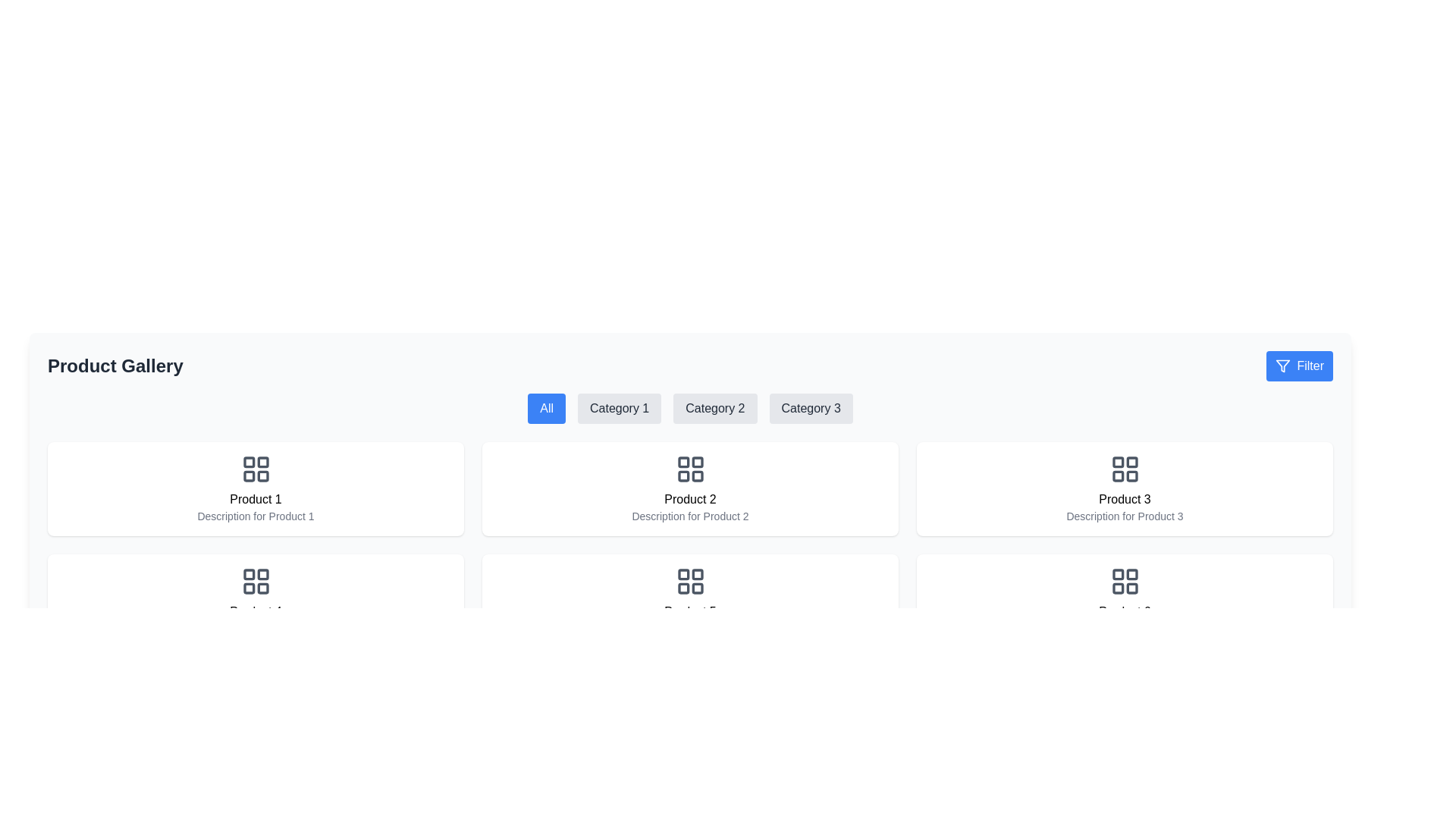  What do you see at coordinates (1118, 461) in the screenshot?
I see `the top-left cell of the grid icon that is visually enclosed within a larger grid icon, located above the label 'Product 3'` at bounding box center [1118, 461].